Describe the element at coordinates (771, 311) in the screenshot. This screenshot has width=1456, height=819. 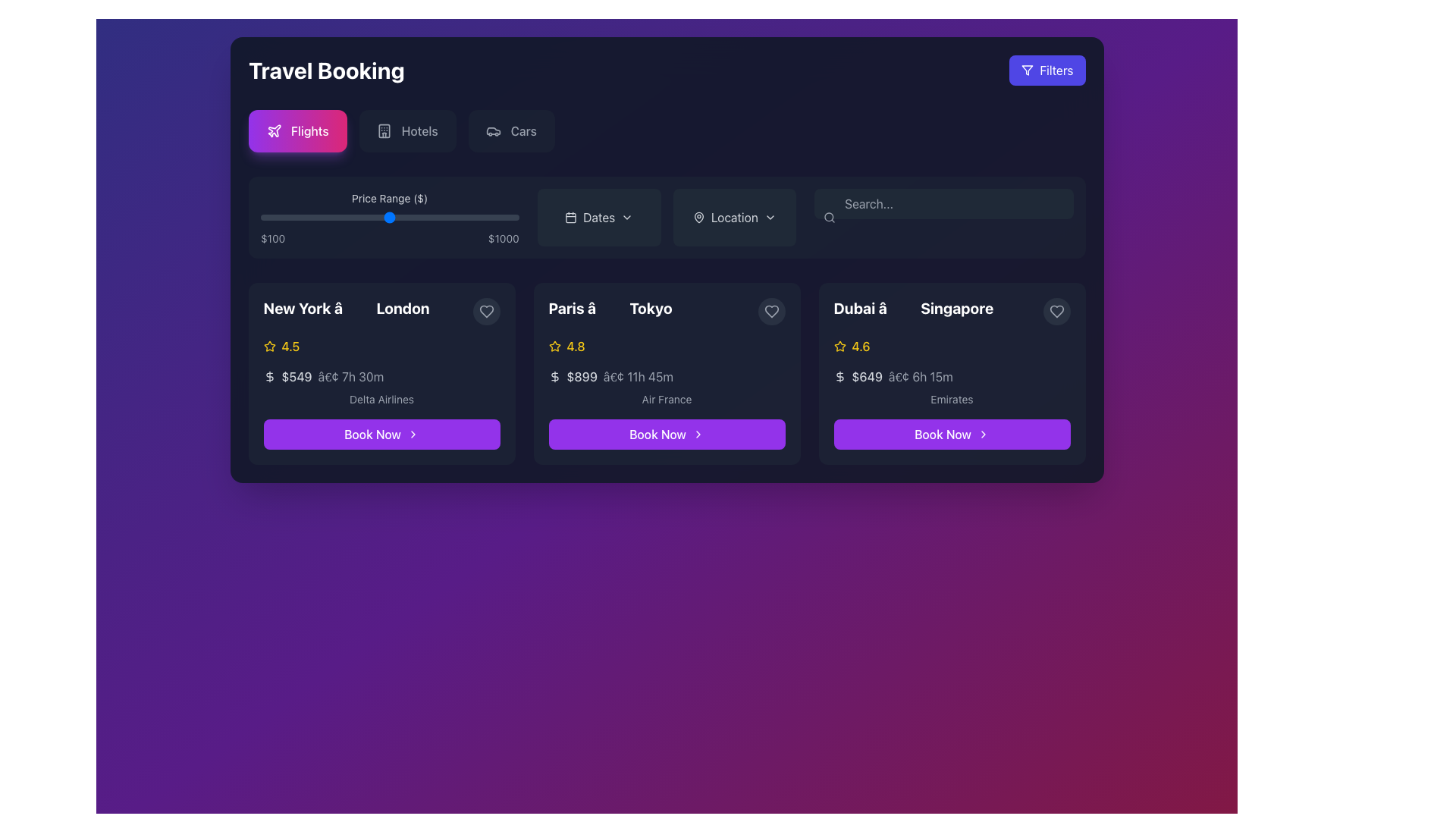
I see `the heart-shaped icon button with a dark gray background` at that location.